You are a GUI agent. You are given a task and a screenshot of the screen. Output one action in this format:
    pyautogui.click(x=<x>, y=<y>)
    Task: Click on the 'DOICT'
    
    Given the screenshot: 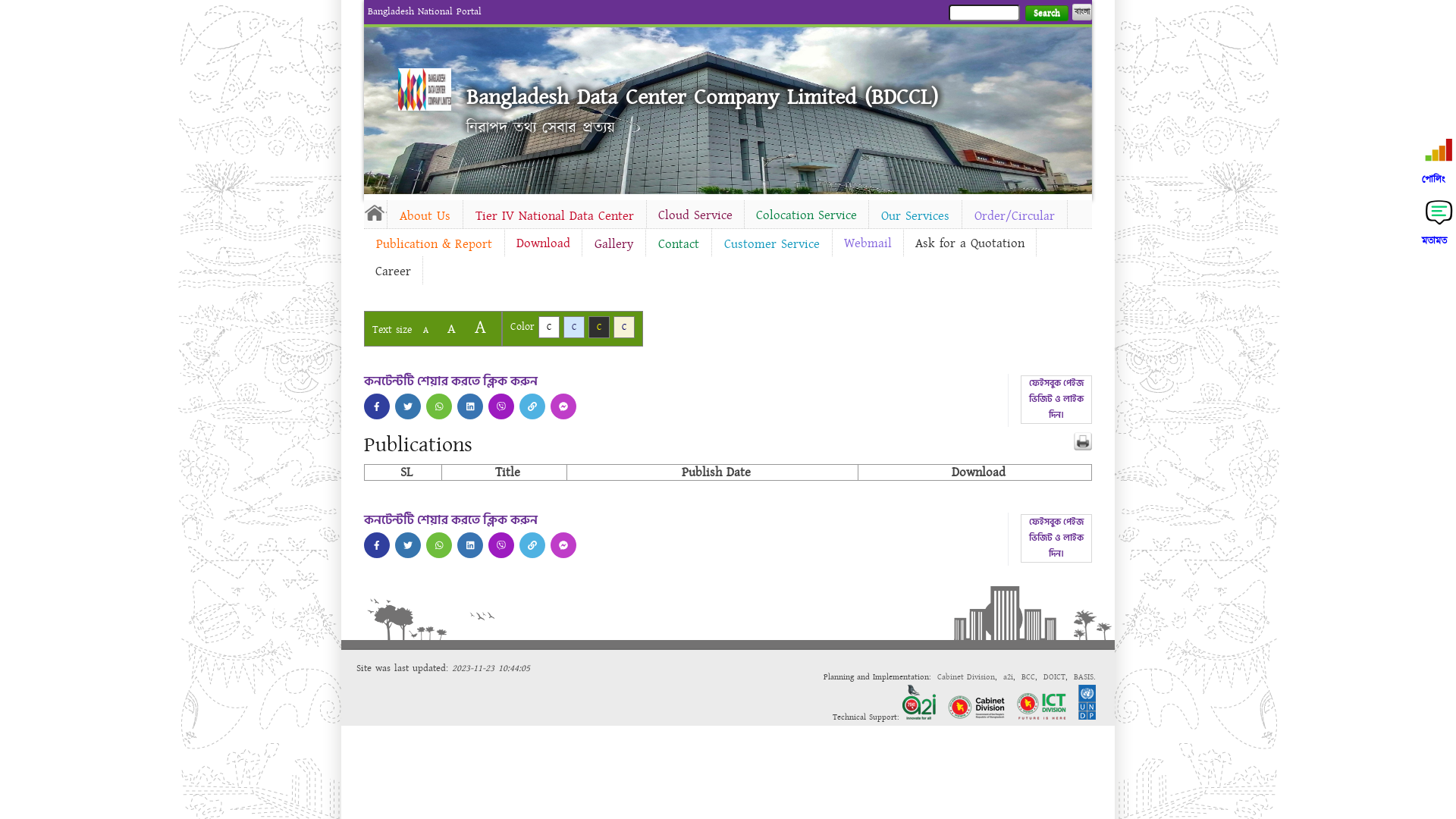 What is the action you would take?
    pyautogui.click(x=1053, y=676)
    